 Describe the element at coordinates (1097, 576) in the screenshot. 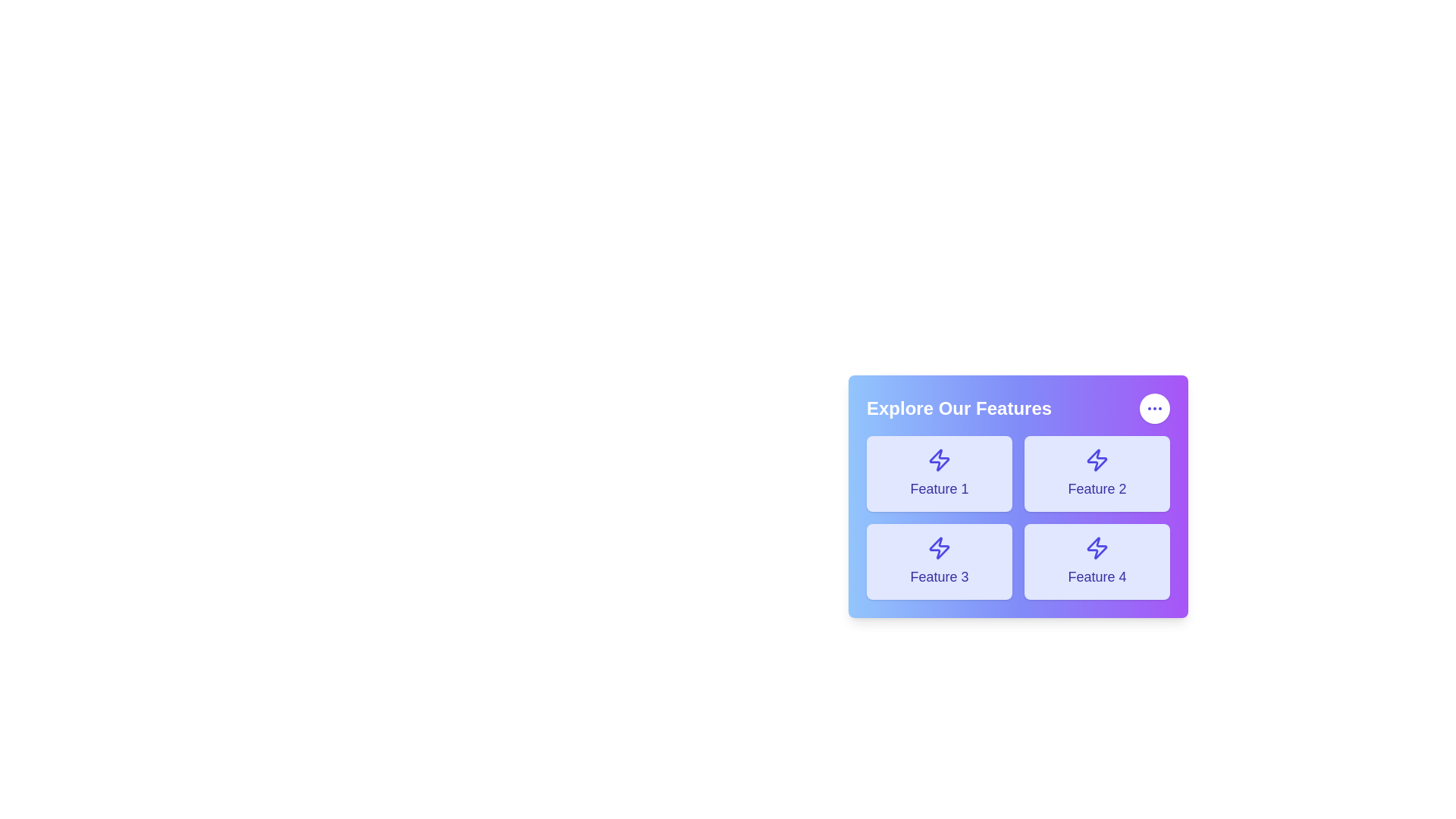

I see `text displayed by the Text label located in the bottom right quadrant of the grid within the card, positioned below the second column of the grid's top row, next to the lightning-shaped icon` at that location.